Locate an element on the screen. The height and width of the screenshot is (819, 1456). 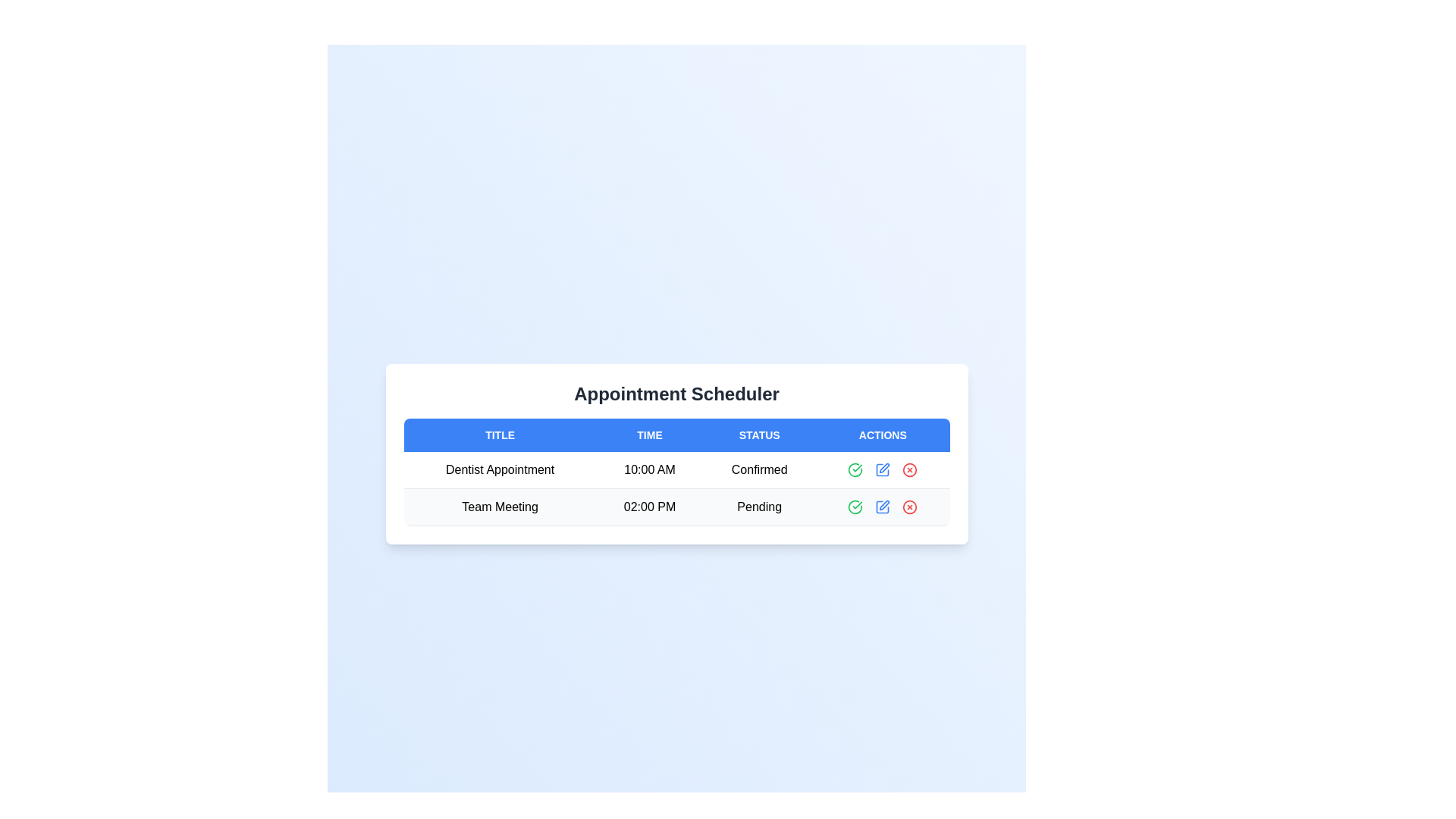
a row is located at coordinates (676, 453).